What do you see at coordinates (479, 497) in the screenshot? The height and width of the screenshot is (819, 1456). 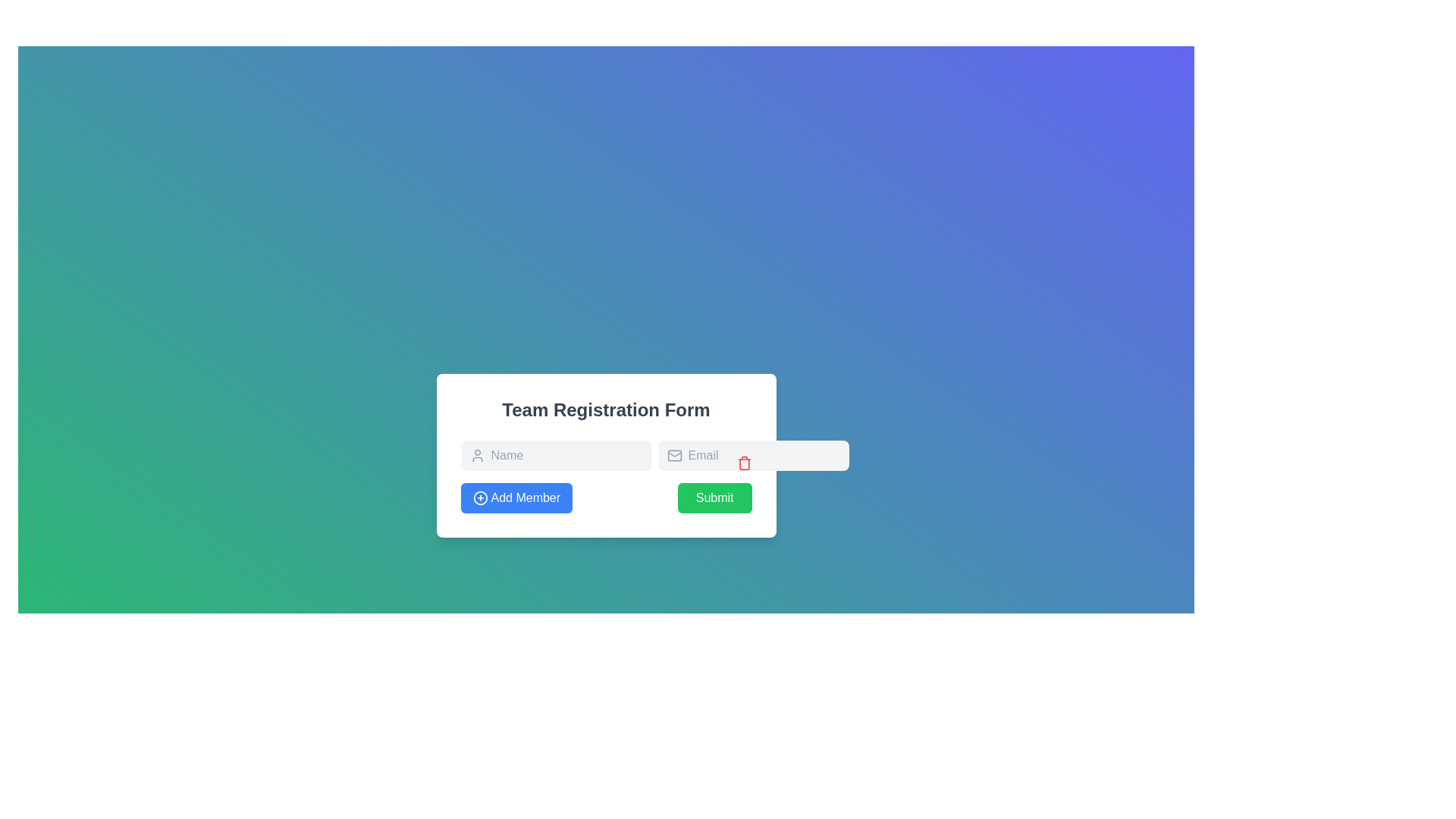 I see `the leading icon on the left side of the 'Add Member' button` at bounding box center [479, 497].